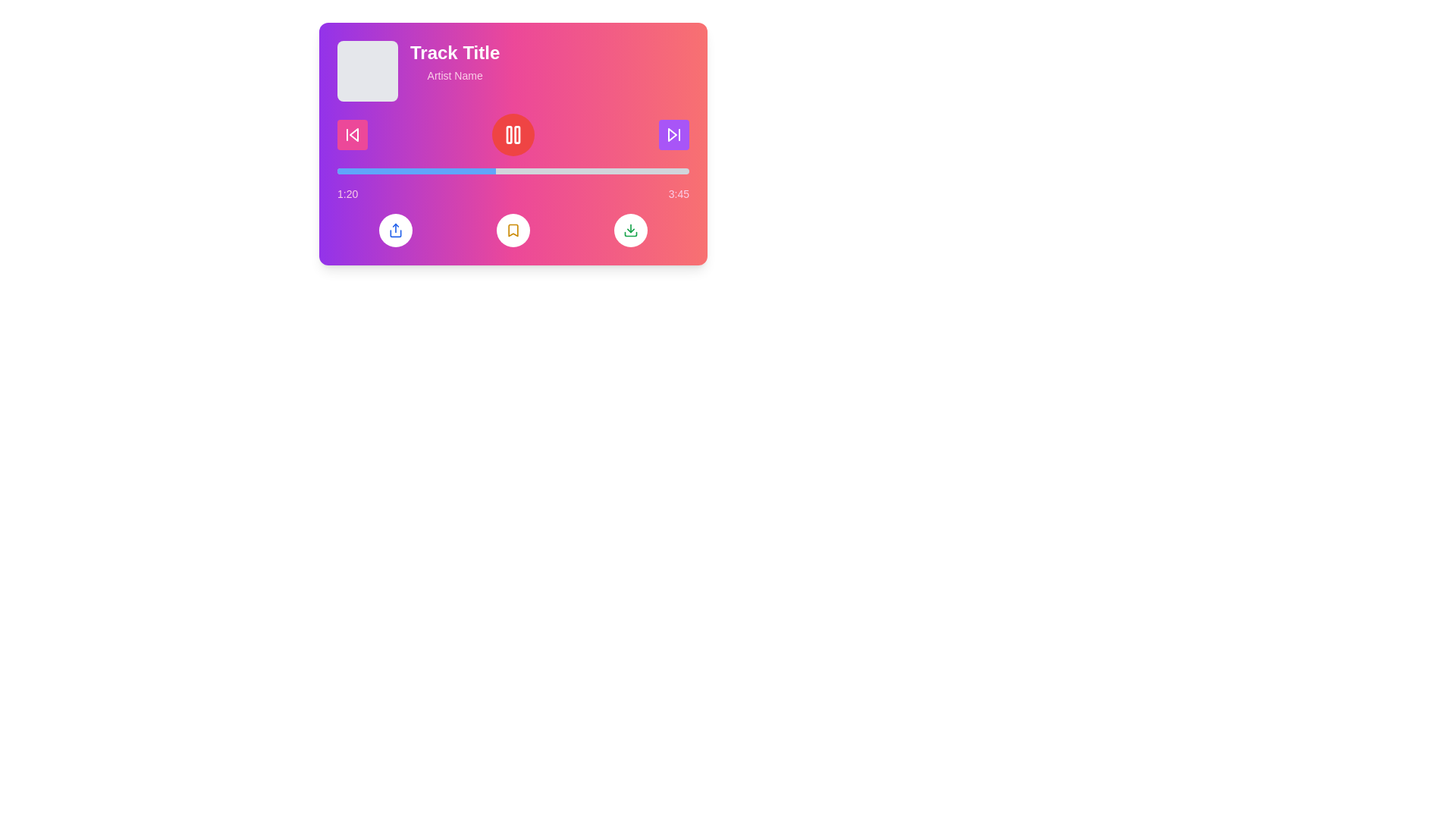  I want to click on the circular 'Share' button with a blue upward arrow icon, located below the music player's progress bar, so click(396, 231).